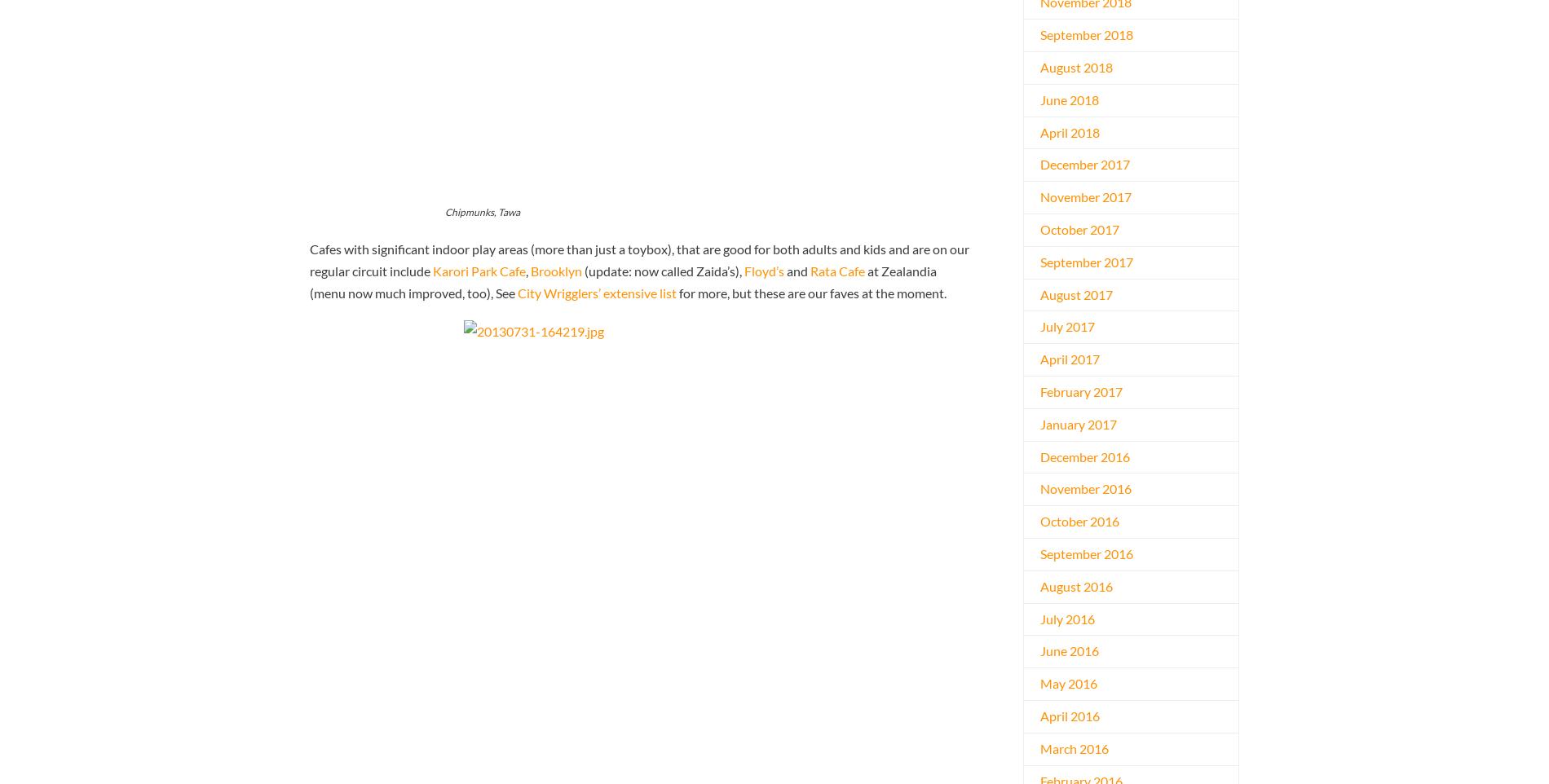 This screenshot has height=784, width=1549. I want to click on 'April 2017', so click(1069, 359).